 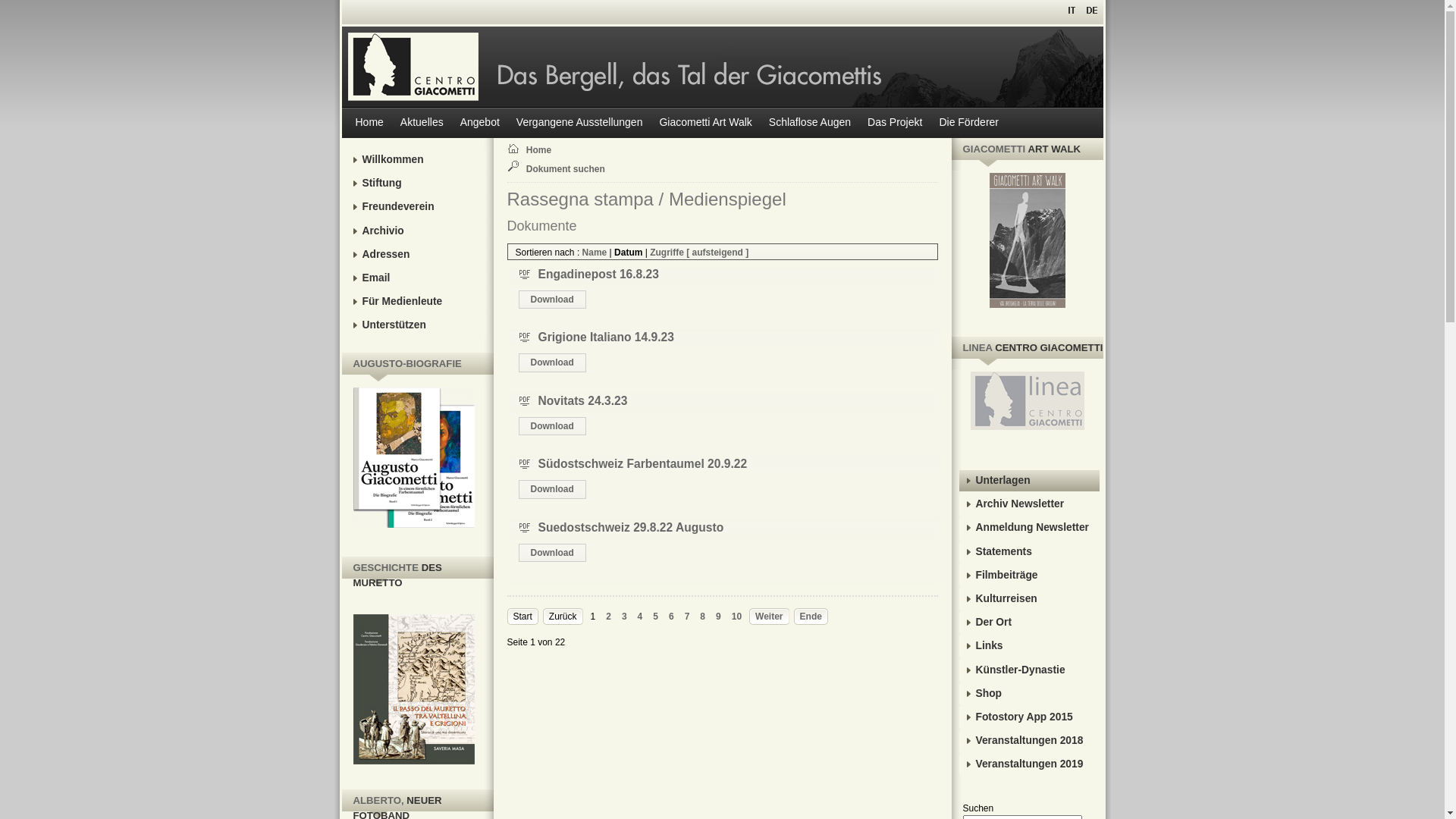 I want to click on '8', so click(x=698, y=617).